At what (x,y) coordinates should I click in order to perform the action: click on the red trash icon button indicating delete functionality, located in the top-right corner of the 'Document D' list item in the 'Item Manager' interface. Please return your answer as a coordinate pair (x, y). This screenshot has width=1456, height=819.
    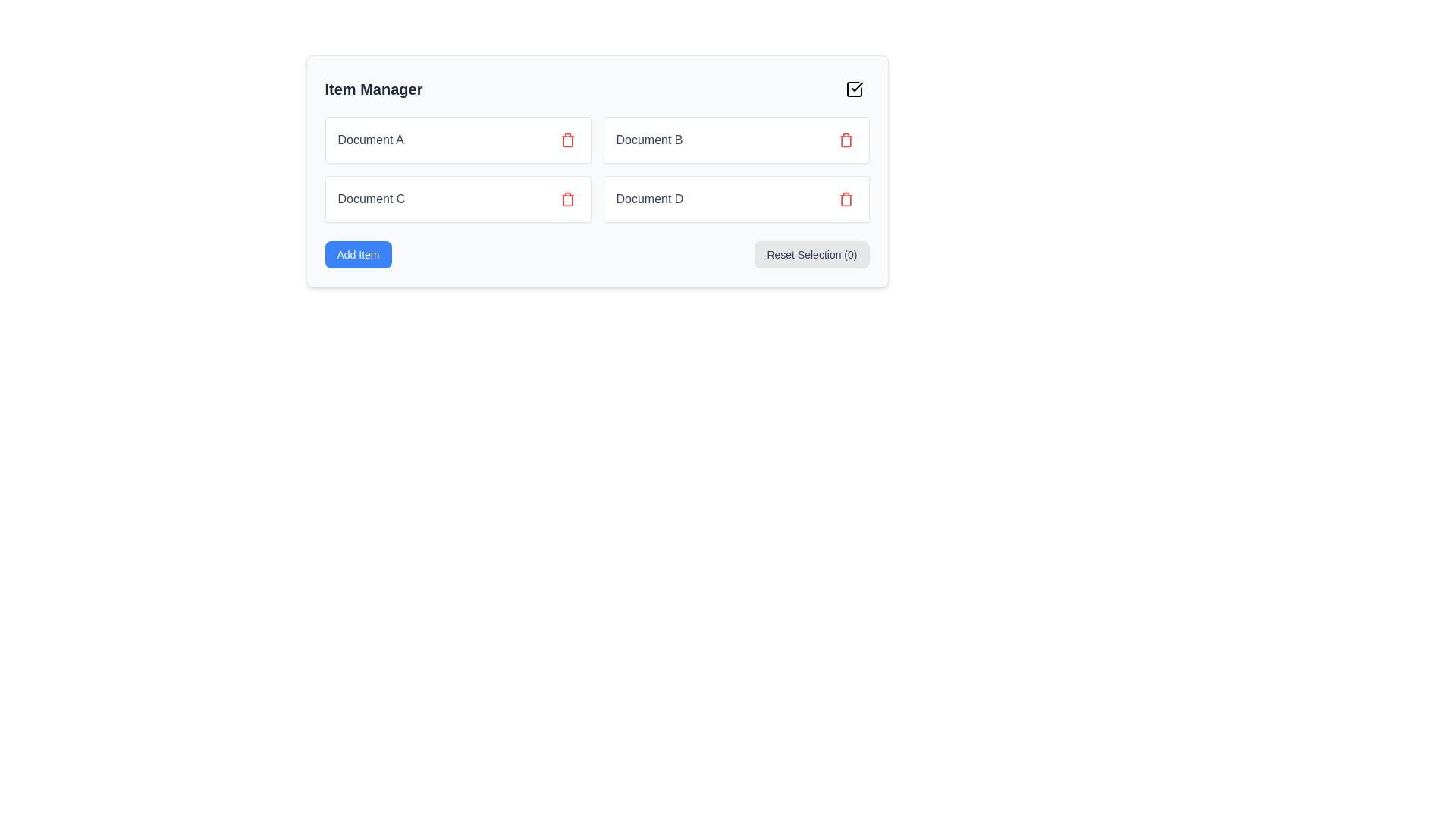
    Looking at the image, I should click on (845, 198).